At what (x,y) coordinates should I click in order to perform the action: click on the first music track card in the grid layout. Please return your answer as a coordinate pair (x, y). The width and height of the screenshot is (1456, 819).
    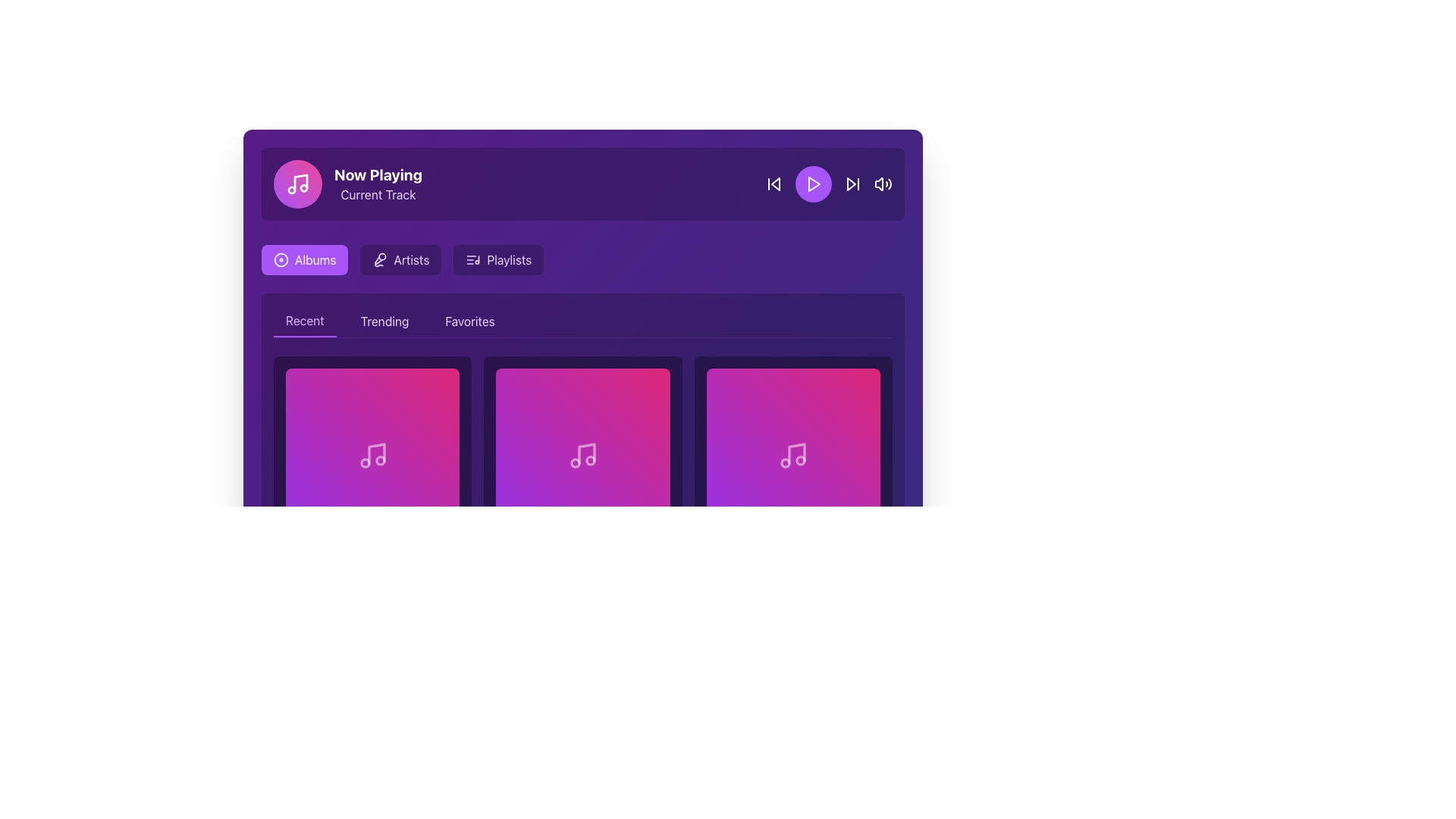
    Looking at the image, I should click on (372, 475).